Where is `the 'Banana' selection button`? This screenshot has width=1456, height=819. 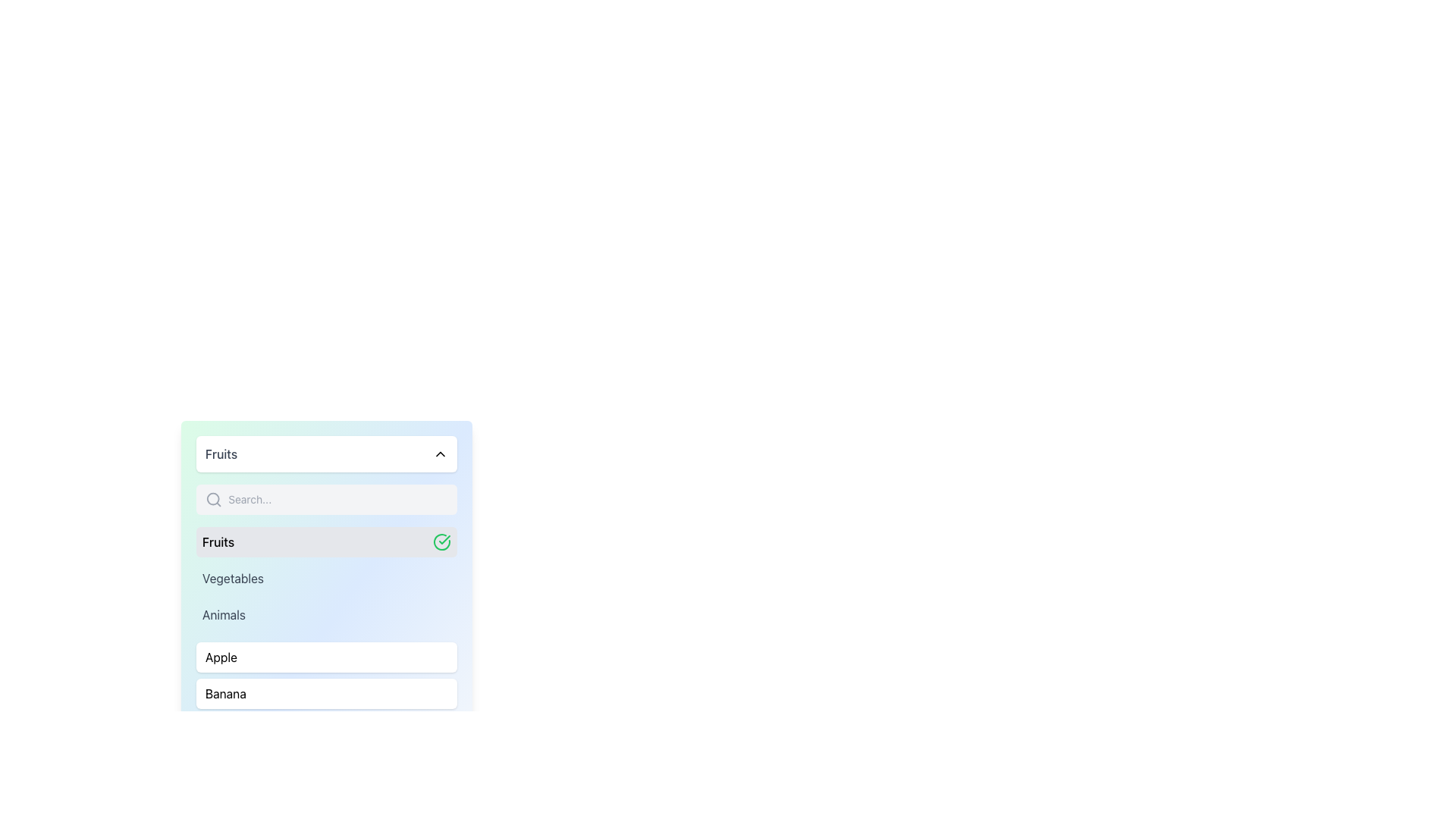
the 'Banana' selection button is located at coordinates (326, 693).